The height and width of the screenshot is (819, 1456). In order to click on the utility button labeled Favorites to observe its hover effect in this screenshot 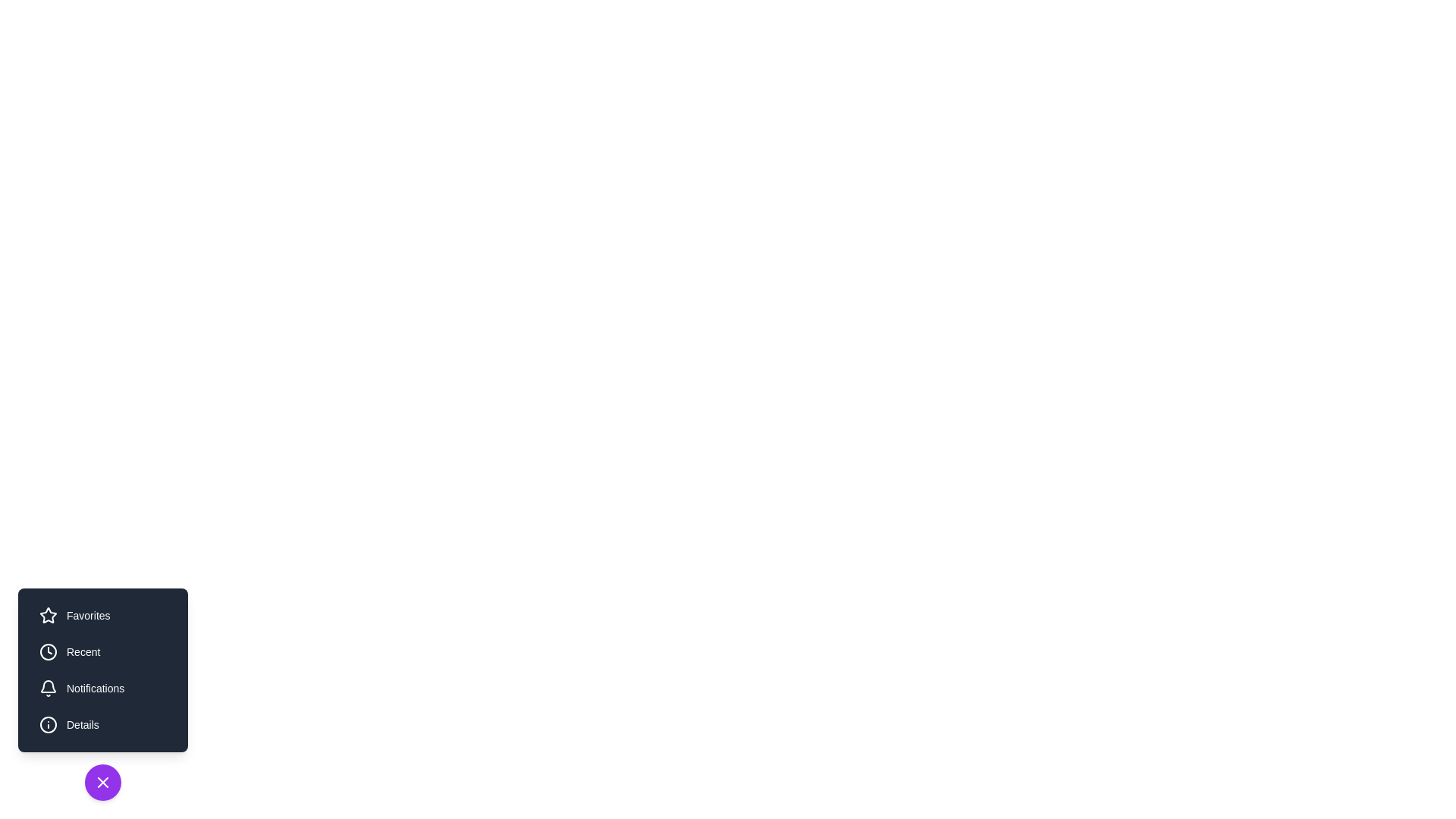, I will do `click(102, 616)`.